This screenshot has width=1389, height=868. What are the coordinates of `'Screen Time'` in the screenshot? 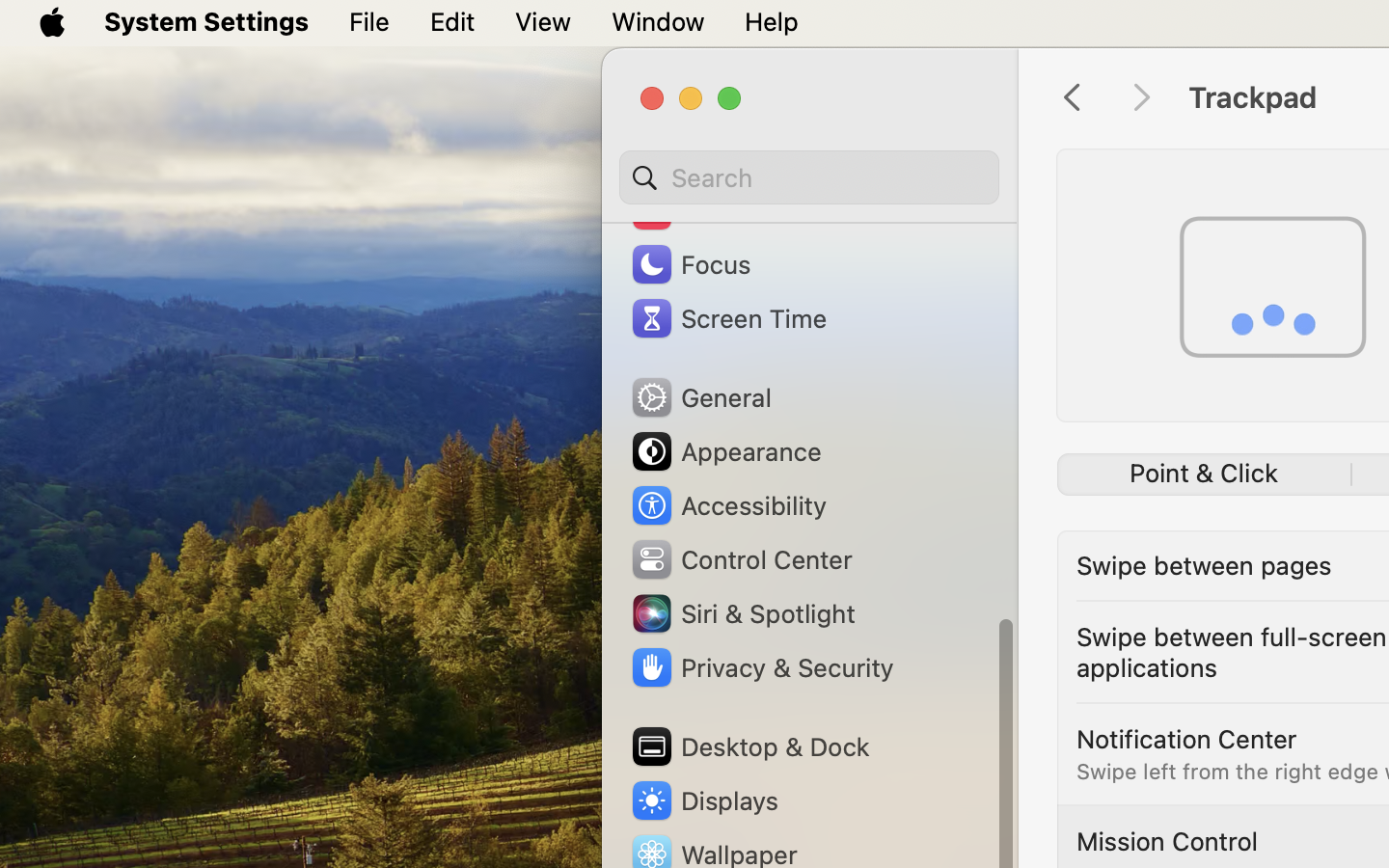 It's located at (726, 317).